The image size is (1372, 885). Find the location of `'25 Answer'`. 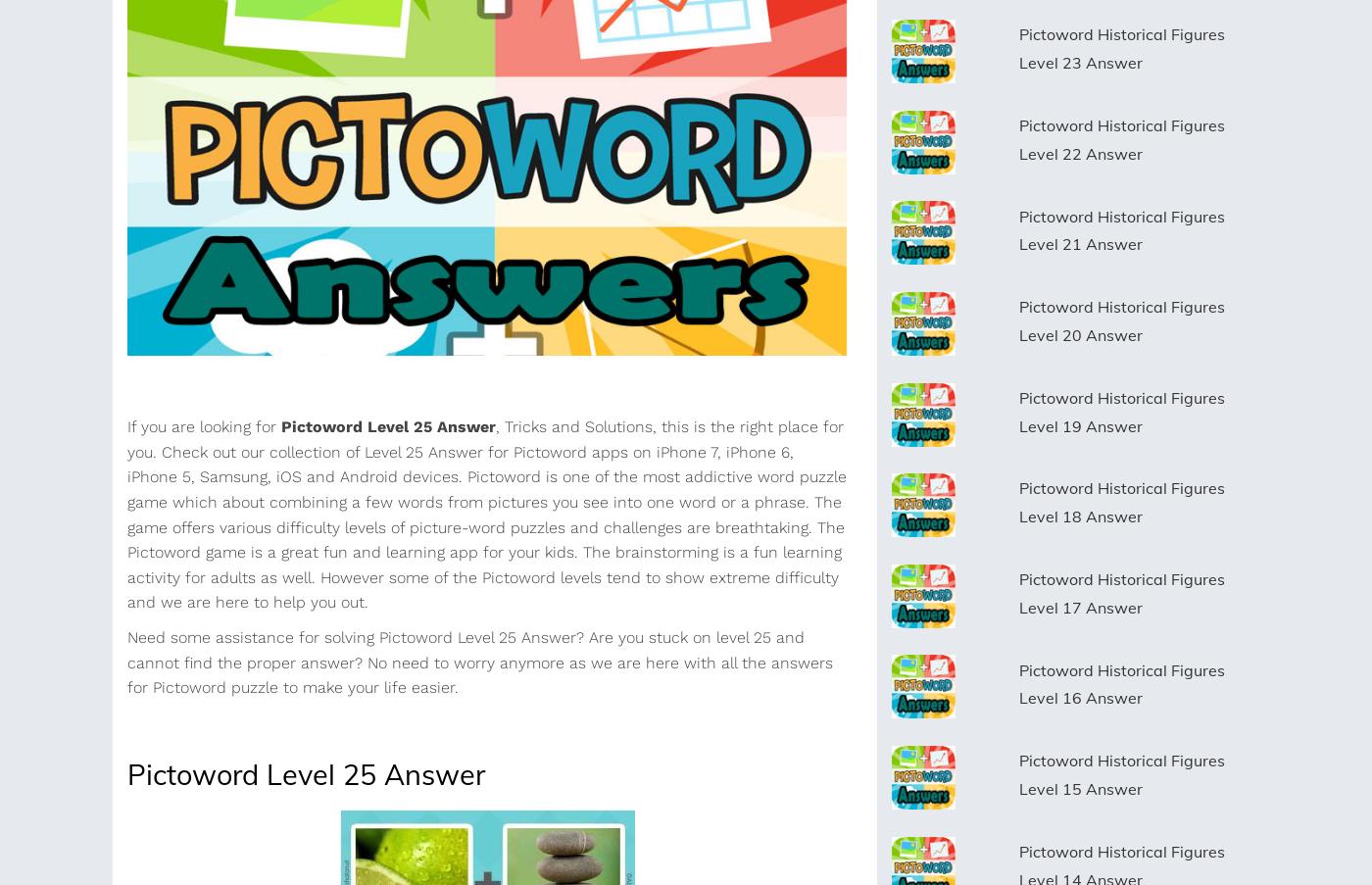

'25 Answer' is located at coordinates (413, 425).